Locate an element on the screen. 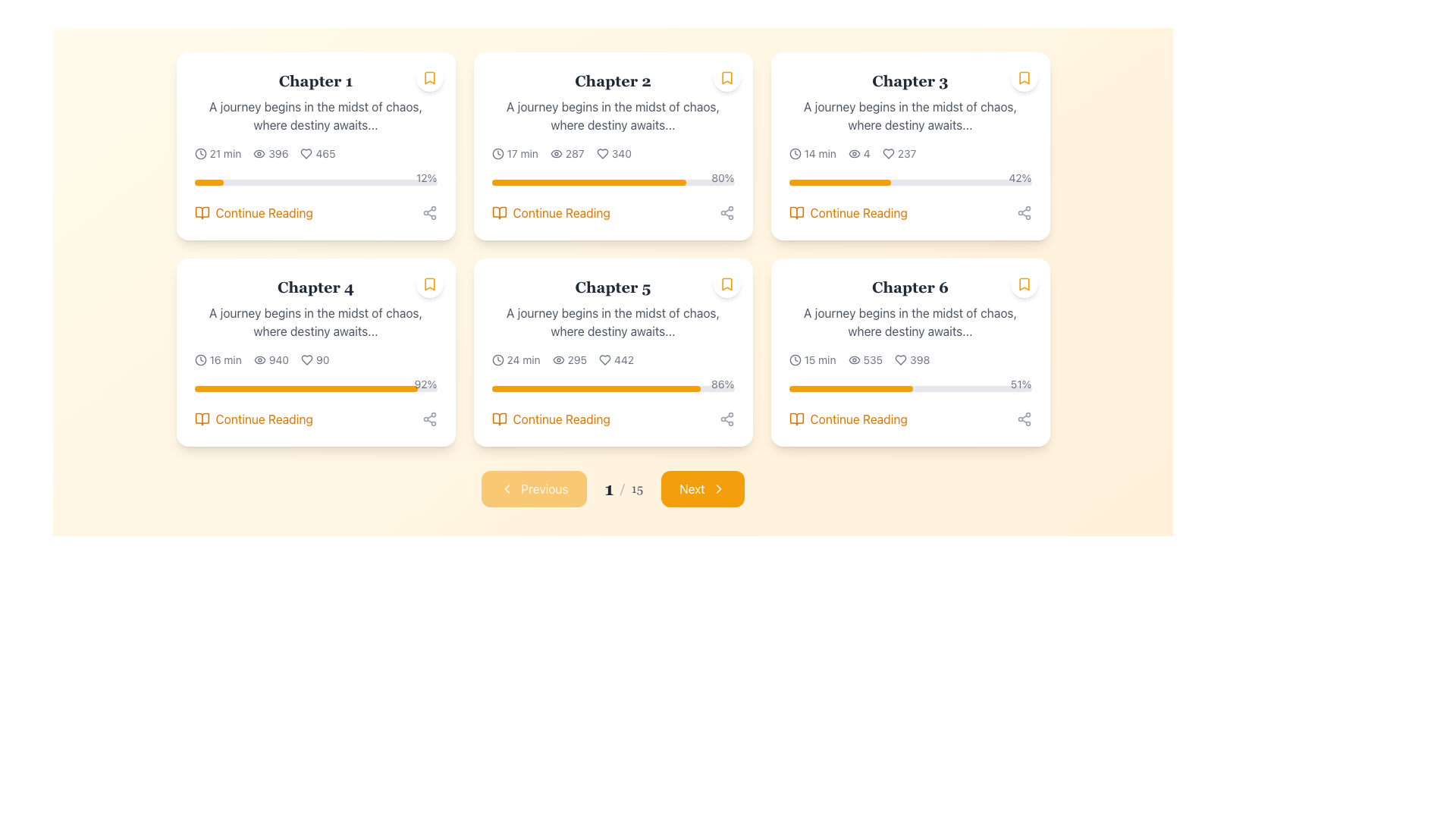 This screenshot has height=819, width=1456. the percentage value displayed as '12%' in a small gray font, positioned slightly above the end of the progress bar within Chapter 1 card is located at coordinates (425, 177).